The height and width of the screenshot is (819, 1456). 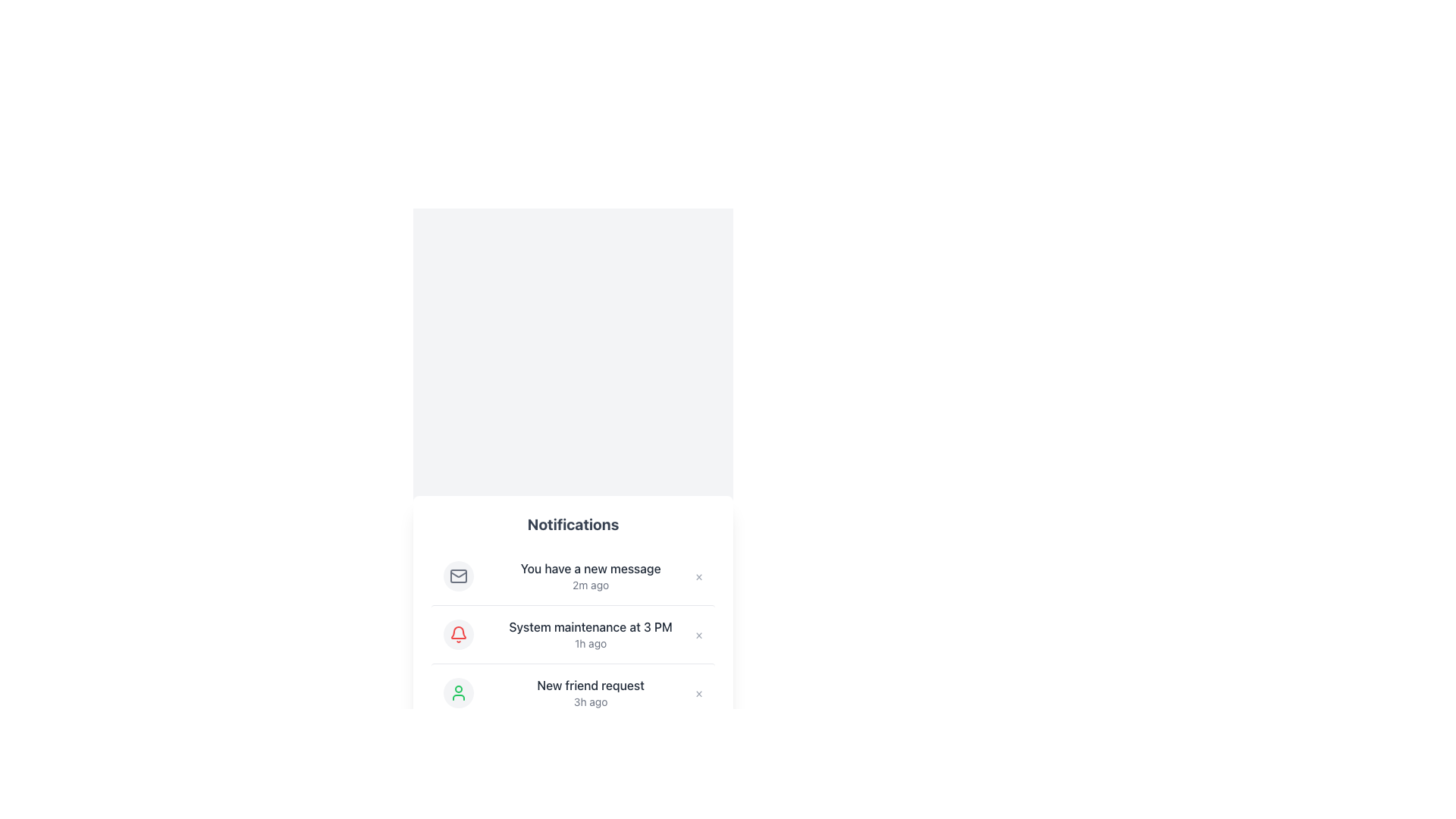 I want to click on the dismiss button located in the top-right corner of the 'System maintenance at 3 PM' notification entry, so click(x=698, y=635).